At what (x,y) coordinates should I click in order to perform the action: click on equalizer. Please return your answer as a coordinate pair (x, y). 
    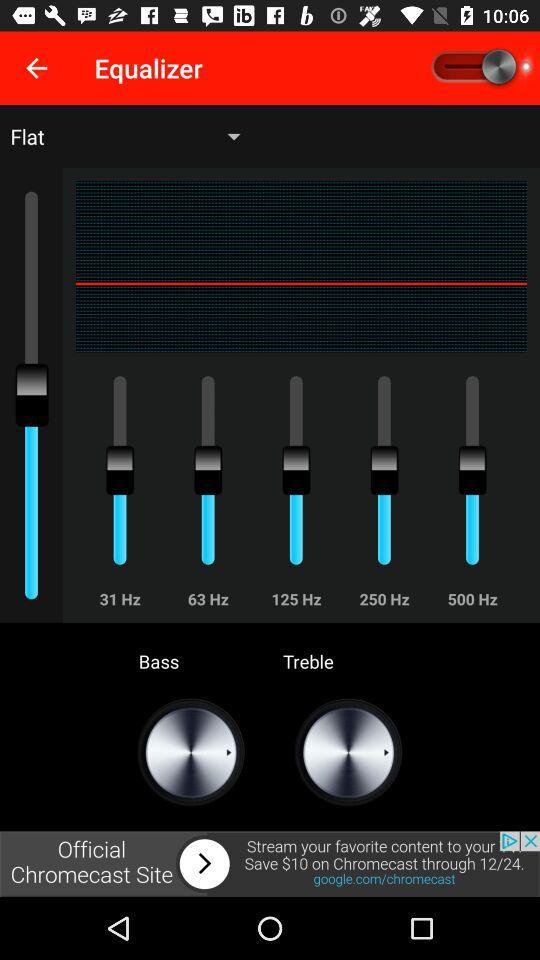
    Looking at the image, I should click on (479, 68).